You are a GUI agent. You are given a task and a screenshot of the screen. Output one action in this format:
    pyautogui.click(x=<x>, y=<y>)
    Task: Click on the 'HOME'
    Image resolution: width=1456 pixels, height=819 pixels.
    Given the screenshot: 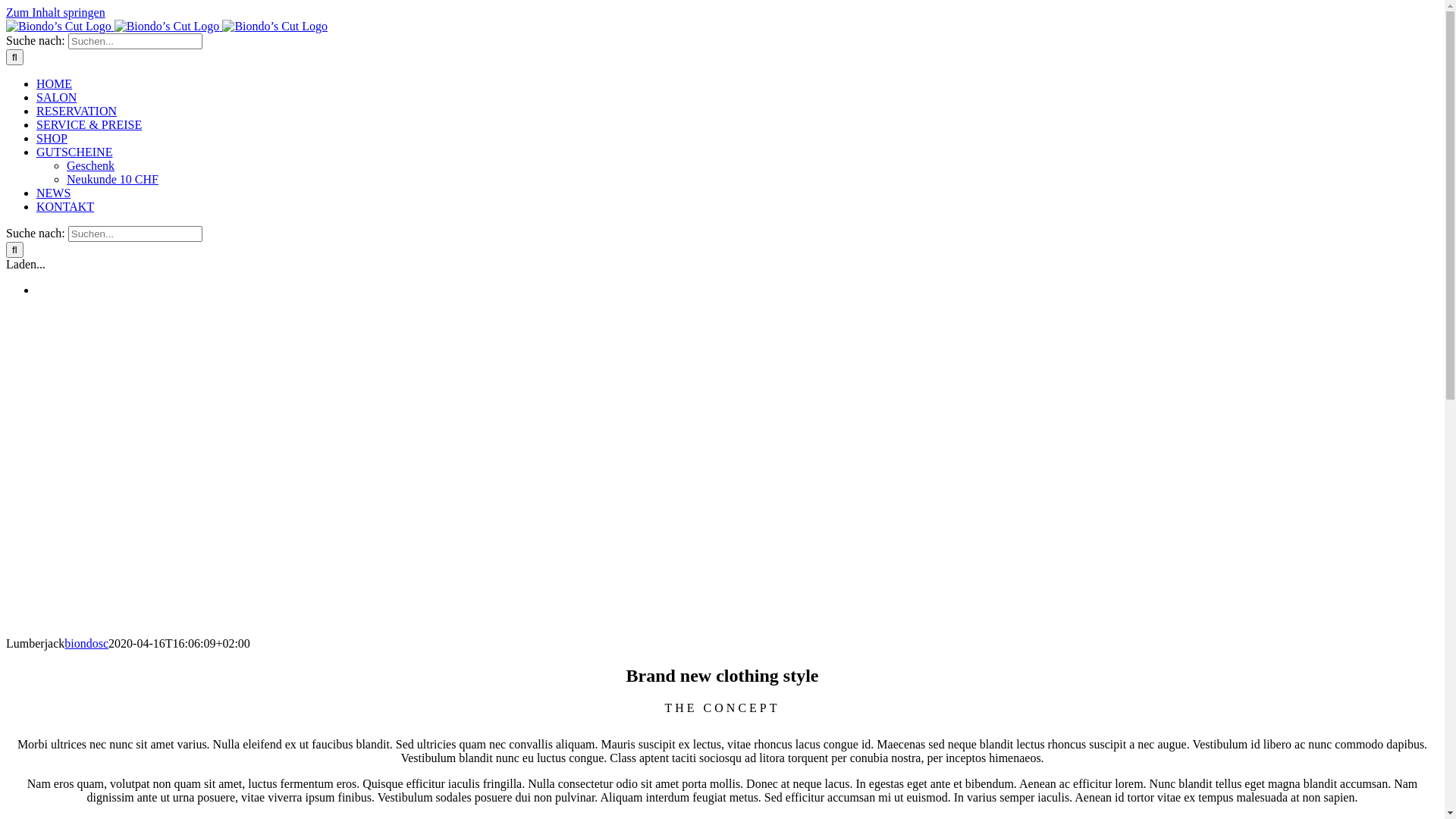 What is the action you would take?
    pyautogui.click(x=54, y=83)
    